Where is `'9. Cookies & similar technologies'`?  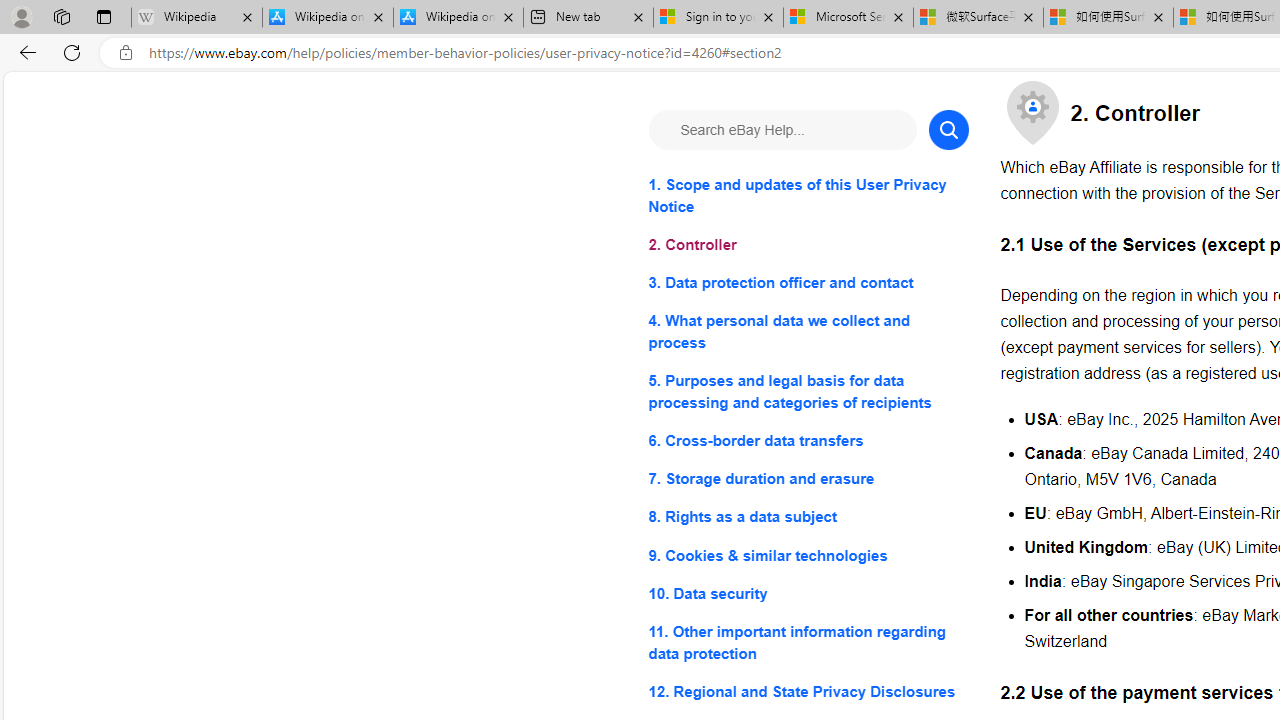
'9. Cookies & similar technologies' is located at coordinates (808, 555).